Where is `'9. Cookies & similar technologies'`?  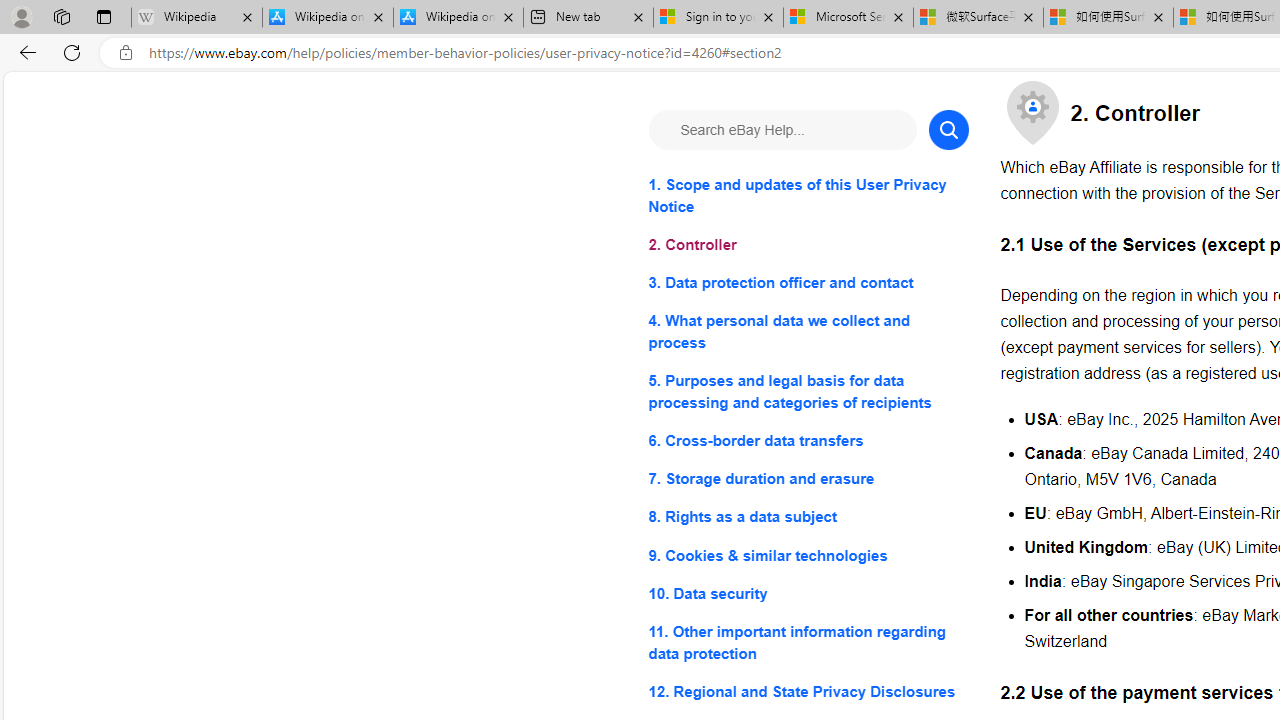
'9. Cookies & similar technologies' is located at coordinates (808, 555).